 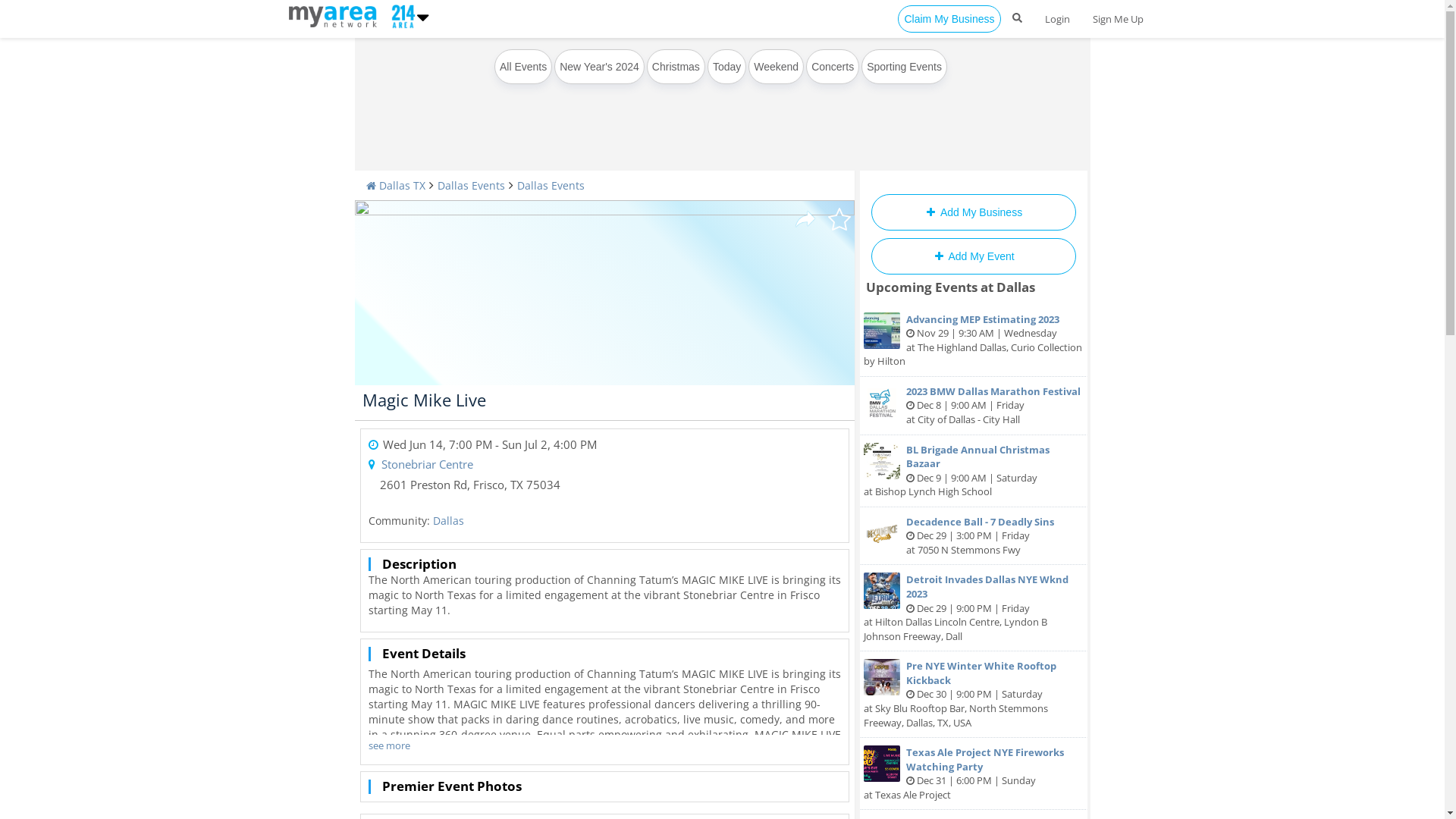 What do you see at coordinates (904, 66) in the screenshot?
I see `'Sporting Events'` at bounding box center [904, 66].